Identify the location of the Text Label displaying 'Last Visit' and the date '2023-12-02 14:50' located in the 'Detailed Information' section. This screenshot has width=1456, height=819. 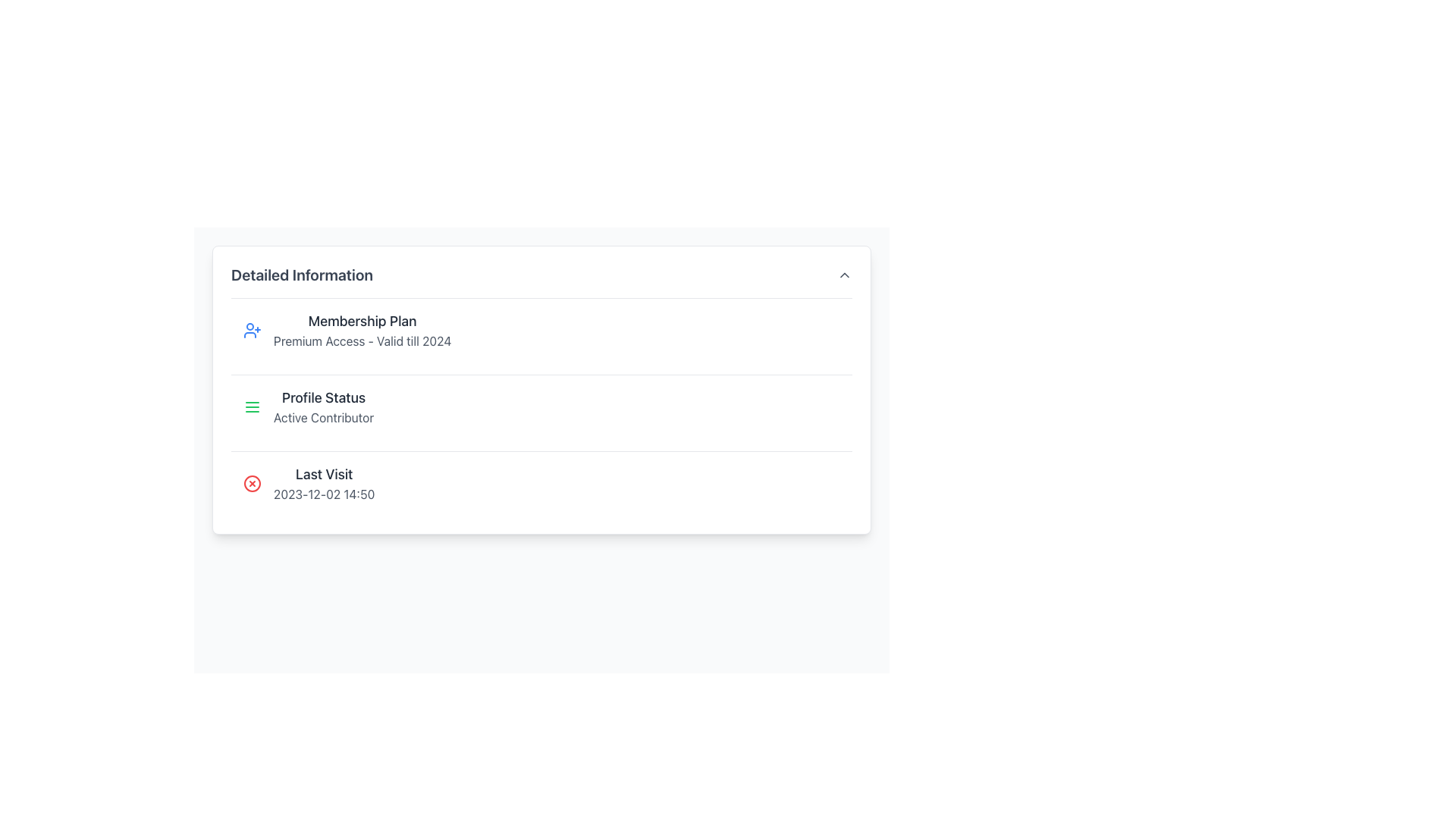
(323, 483).